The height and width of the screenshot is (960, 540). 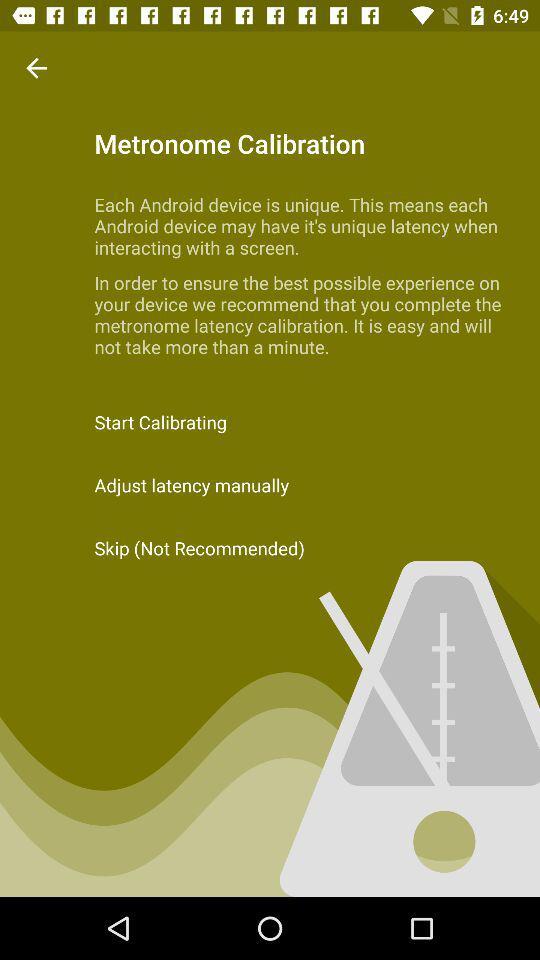 What do you see at coordinates (270, 422) in the screenshot?
I see `icon below in order to item` at bounding box center [270, 422].